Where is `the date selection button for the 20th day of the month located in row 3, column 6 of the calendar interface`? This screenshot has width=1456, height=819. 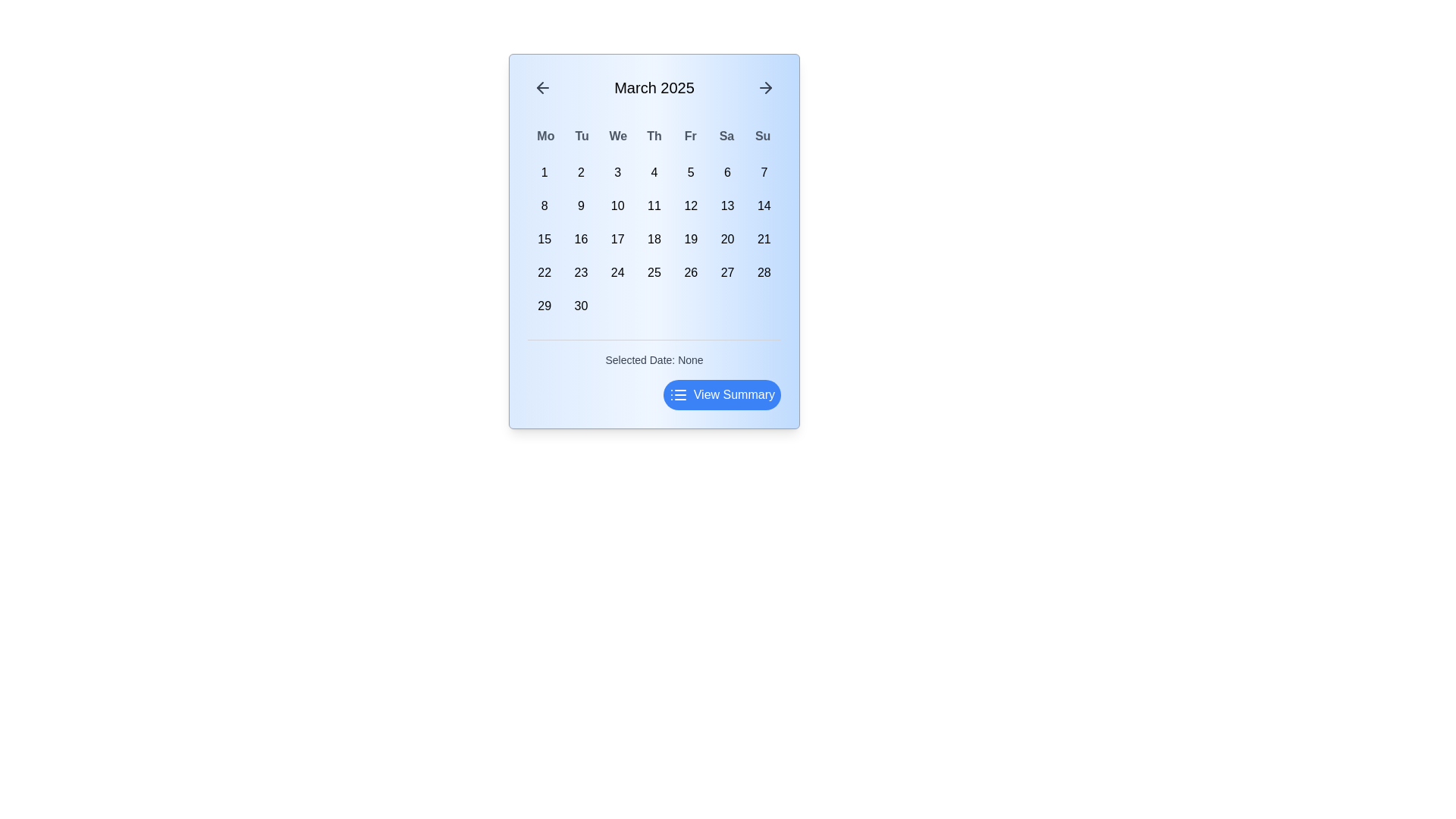 the date selection button for the 20th day of the month located in row 3, column 6 of the calendar interface is located at coordinates (726, 239).